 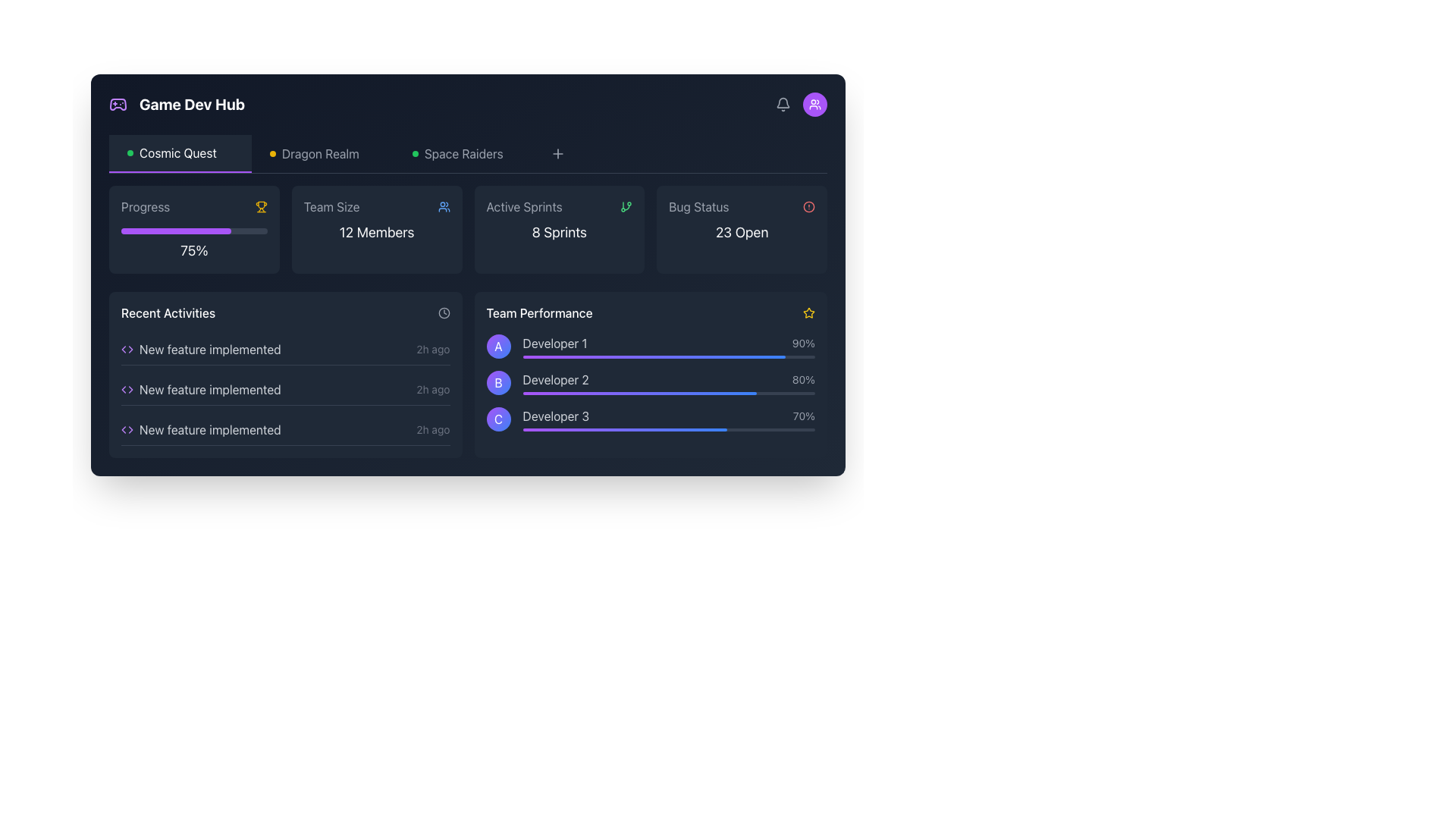 What do you see at coordinates (193, 250) in the screenshot?
I see `the static text label displaying '75%' located under the progress bar in the 'Progress' card` at bounding box center [193, 250].